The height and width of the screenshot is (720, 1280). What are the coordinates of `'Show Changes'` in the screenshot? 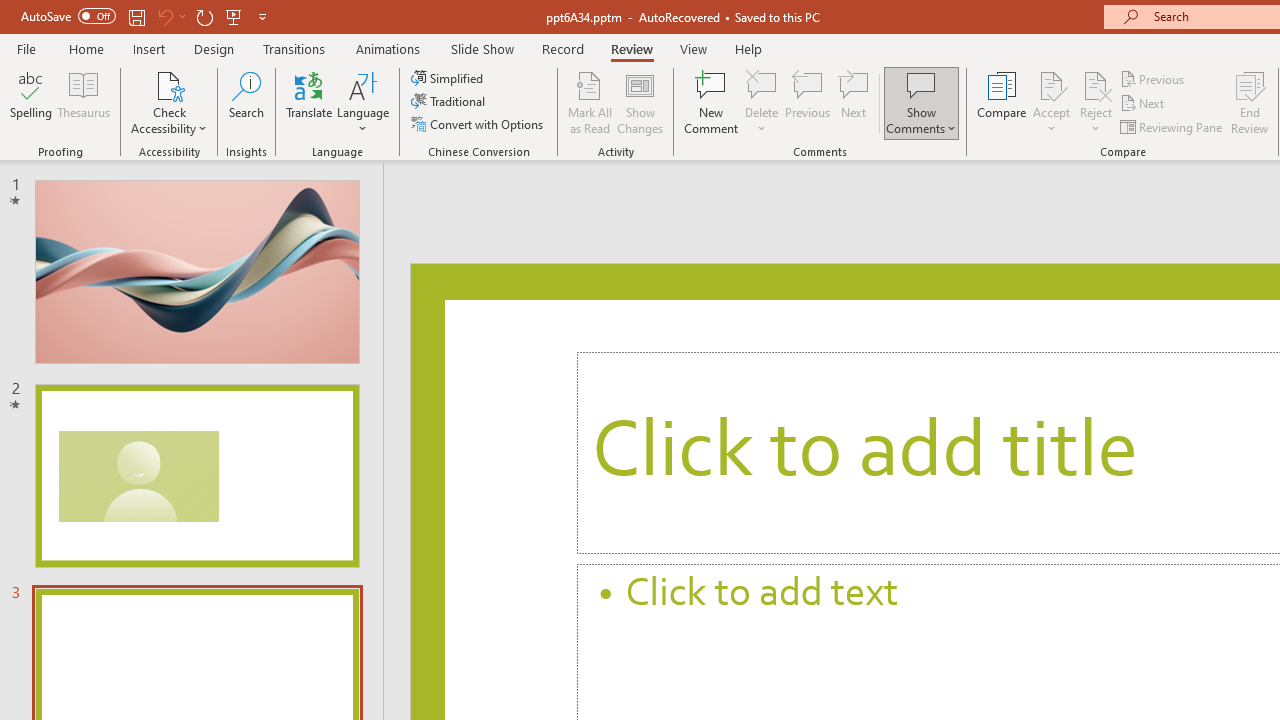 It's located at (640, 103).